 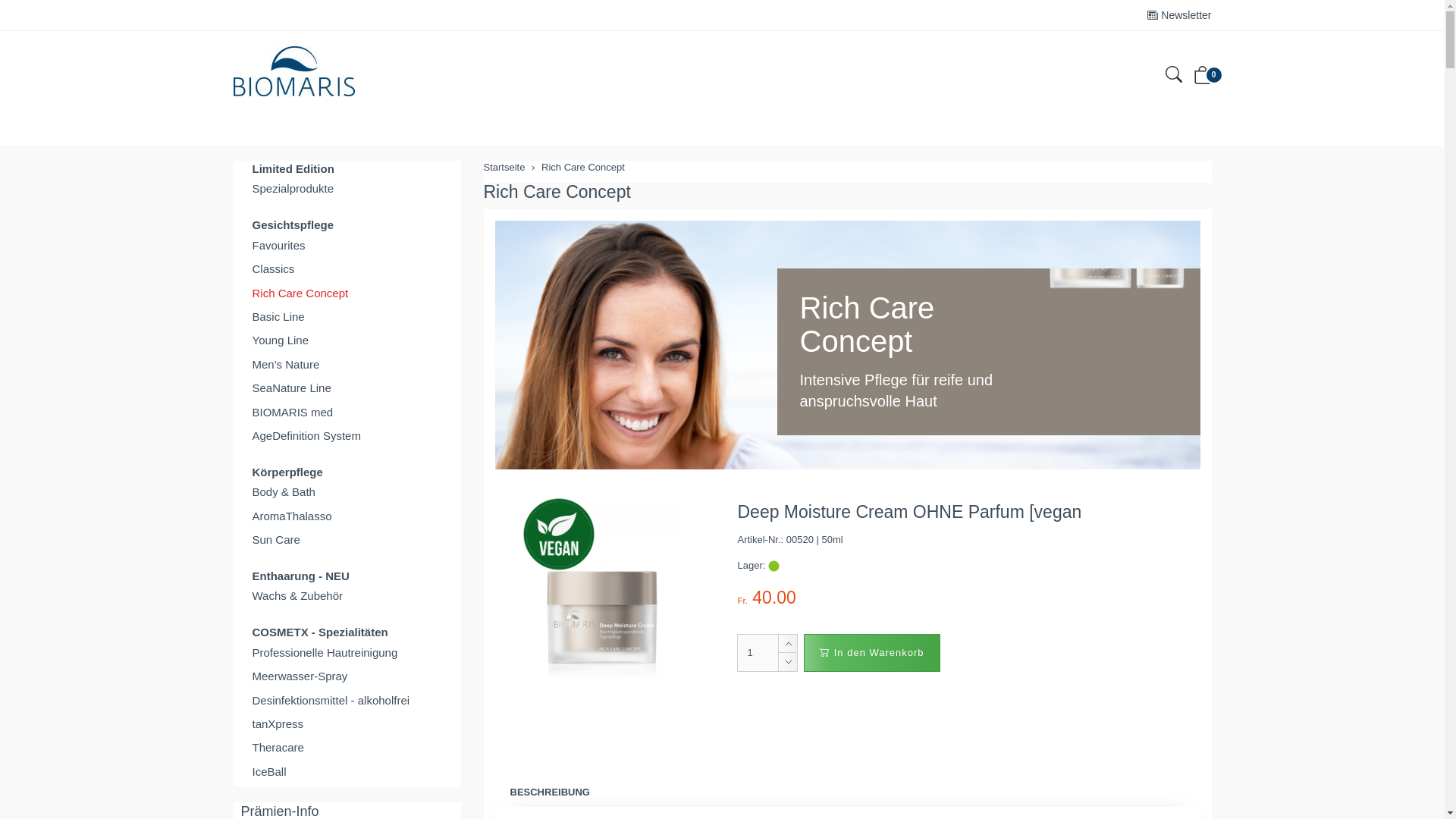 I want to click on 'Basic Line', so click(x=346, y=315).